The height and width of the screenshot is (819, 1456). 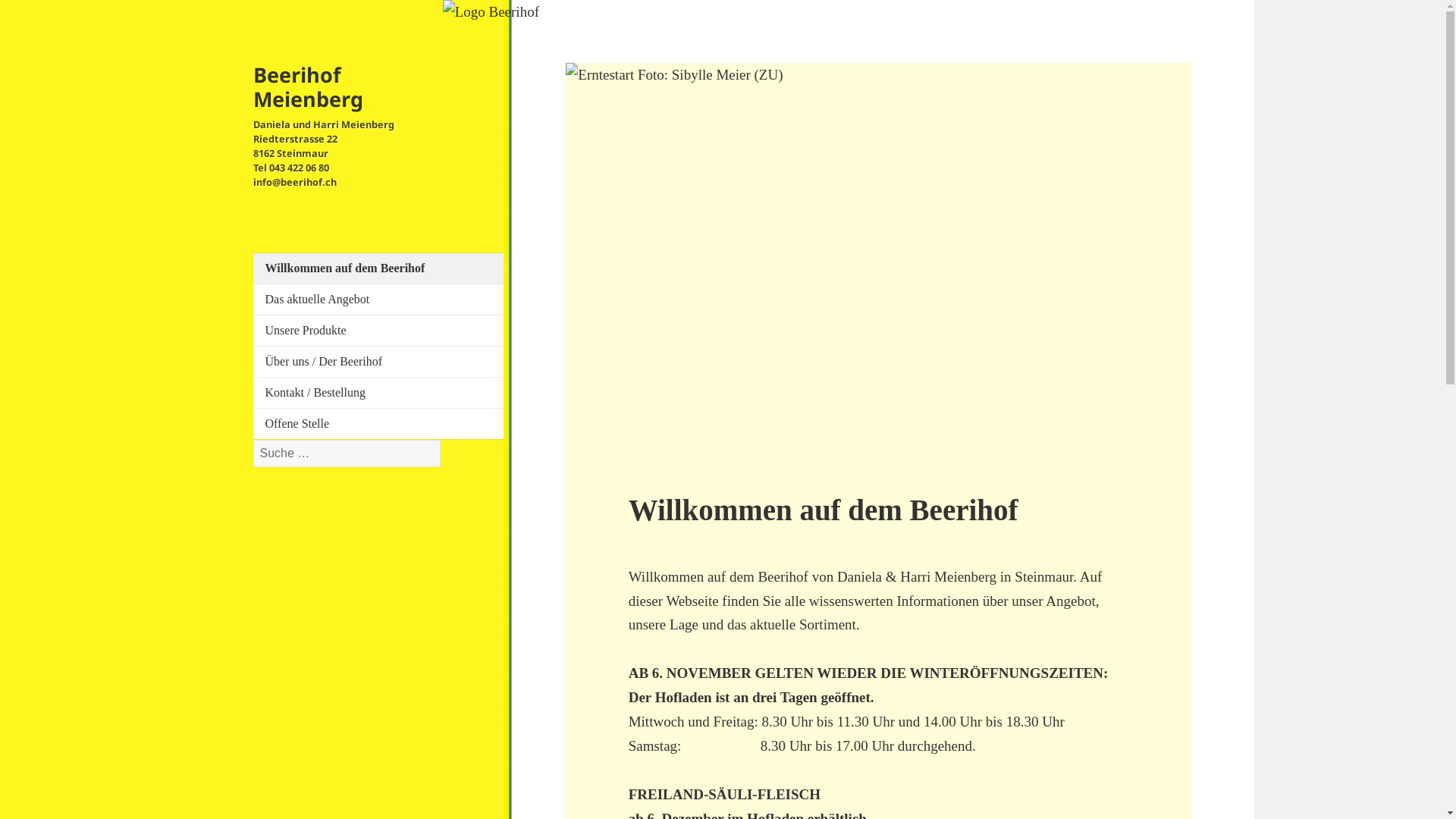 What do you see at coordinates (384, 329) in the screenshot?
I see `'Unsere Produkte'` at bounding box center [384, 329].